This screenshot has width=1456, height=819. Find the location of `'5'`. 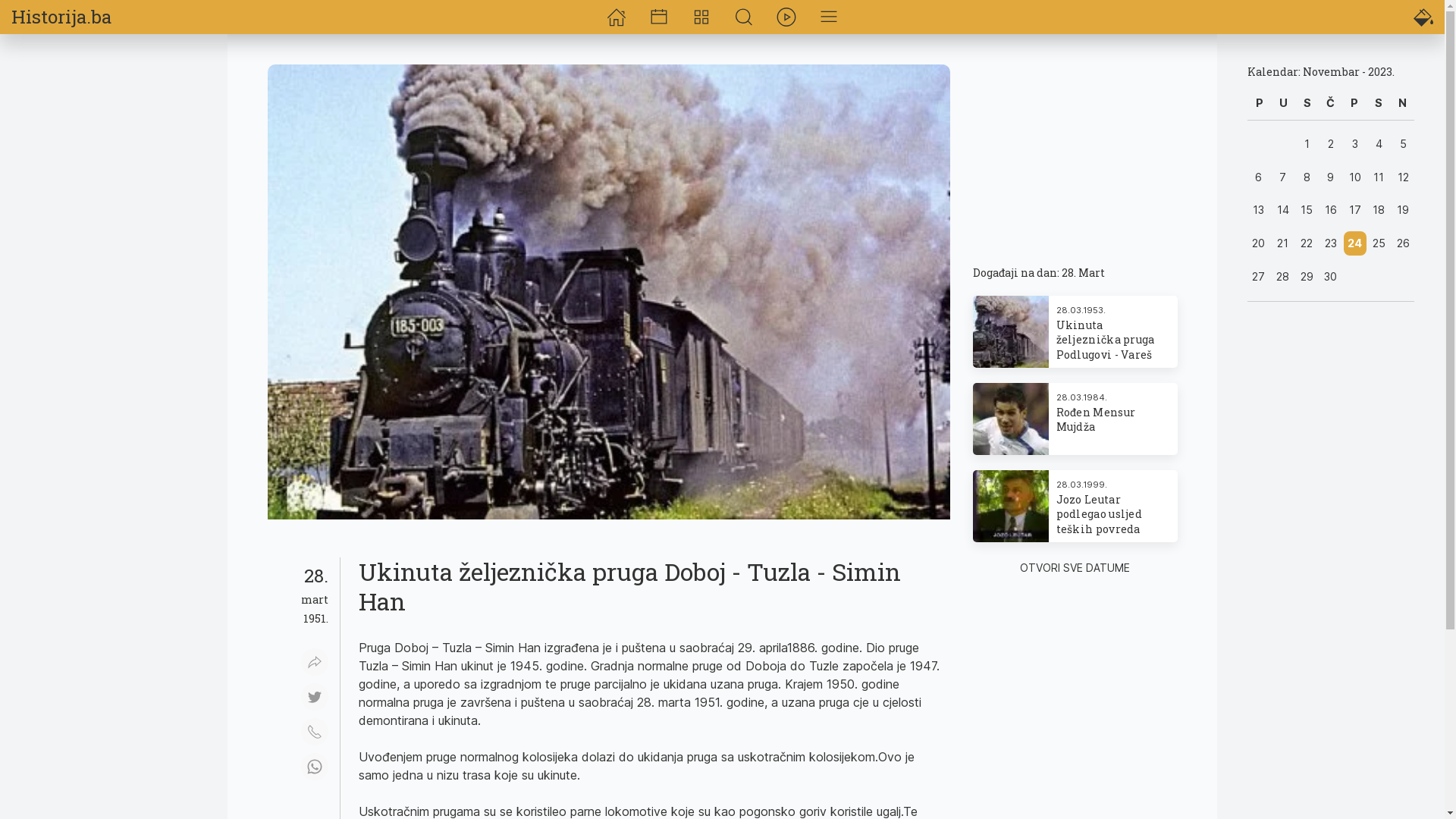

'5' is located at coordinates (1401, 143).